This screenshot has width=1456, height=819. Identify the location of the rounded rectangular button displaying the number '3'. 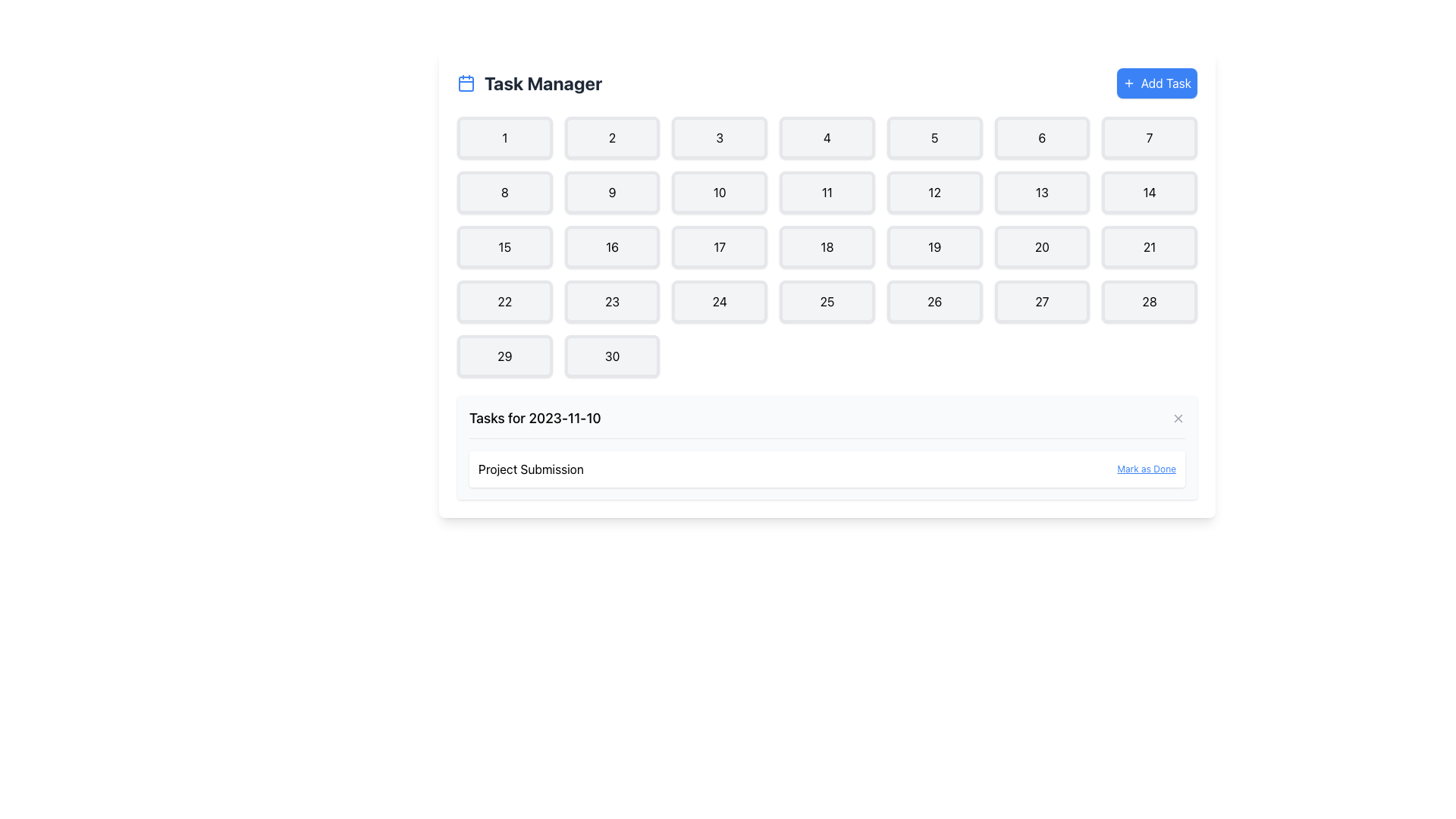
(719, 137).